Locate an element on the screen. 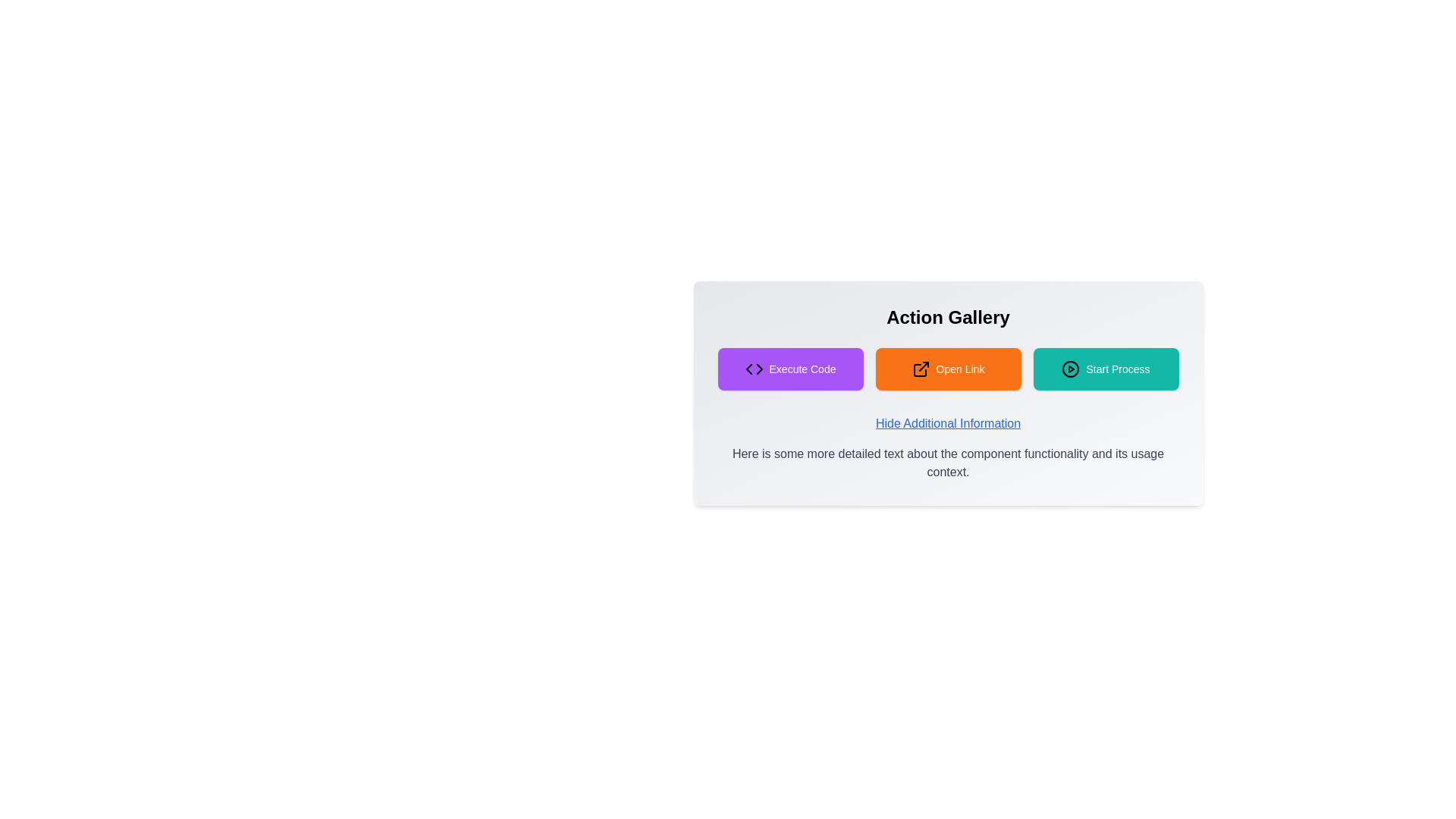 The width and height of the screenshot is (1456, 819). the icon that visually indicates an action associated with opening an external link, located to the left of the text 'Open Link' within the button is located at coordinates (920, 369).